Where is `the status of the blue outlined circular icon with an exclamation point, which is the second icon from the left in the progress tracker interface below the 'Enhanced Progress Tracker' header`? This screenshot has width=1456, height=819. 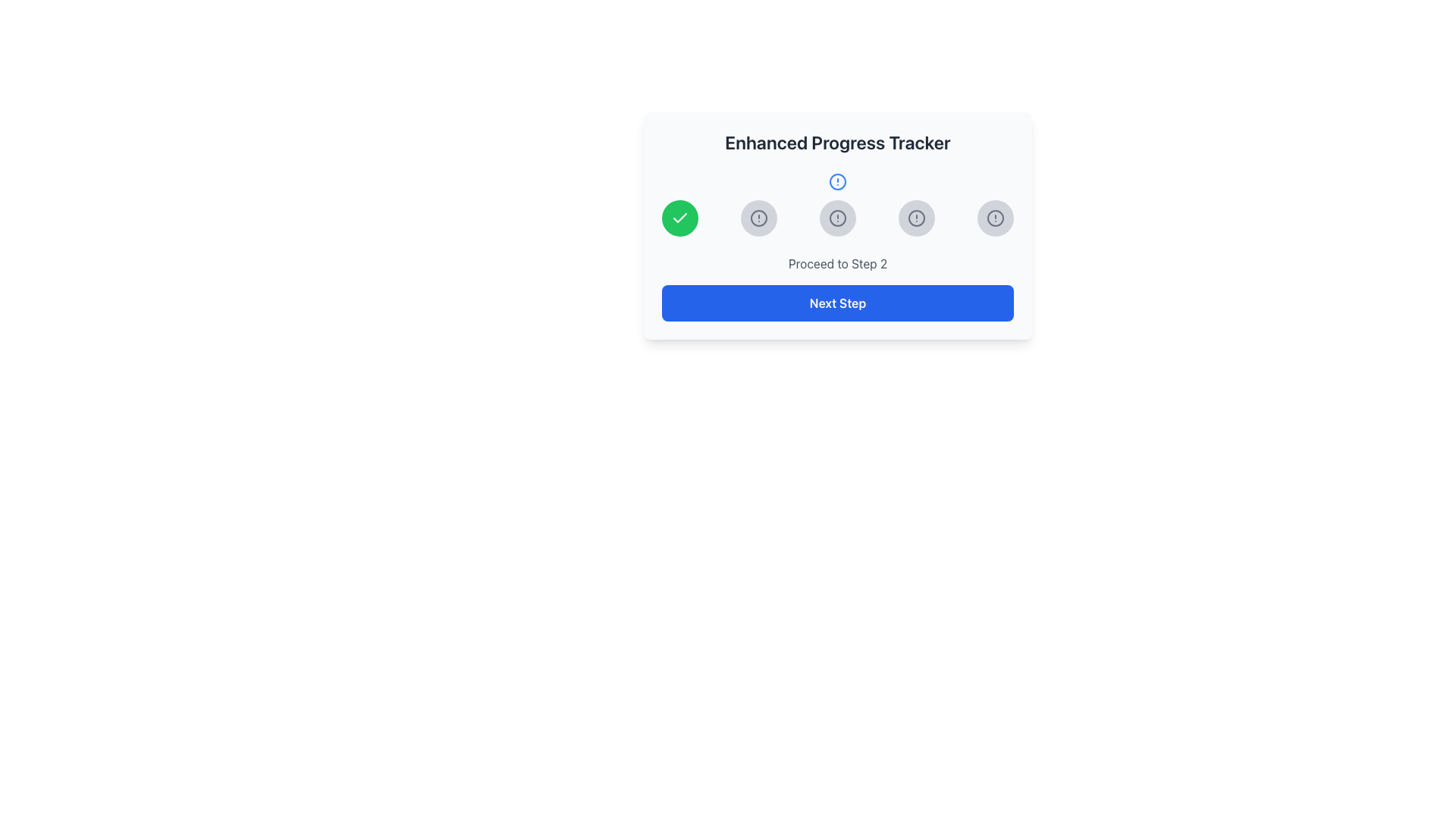
the status of the blue outlined circular icon with an exclamation point, which is the second icon from the left in the progress tracker interface below the 'Enhanced Progress Tracker' header is located at coordinates (836, 180).